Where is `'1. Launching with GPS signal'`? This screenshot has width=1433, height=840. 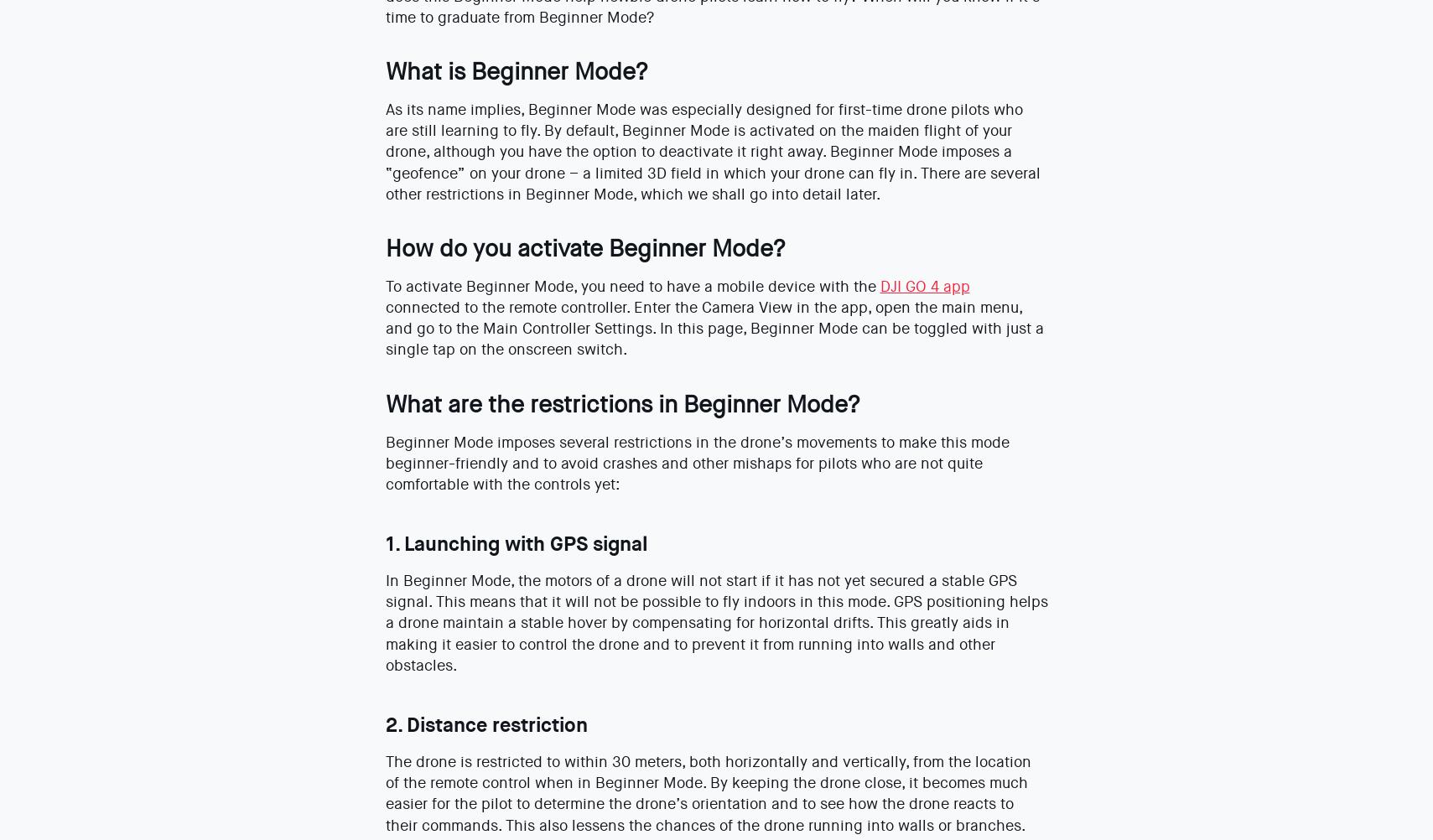 '1. Launching with GPS signal' is located at coordinates (384, 542).